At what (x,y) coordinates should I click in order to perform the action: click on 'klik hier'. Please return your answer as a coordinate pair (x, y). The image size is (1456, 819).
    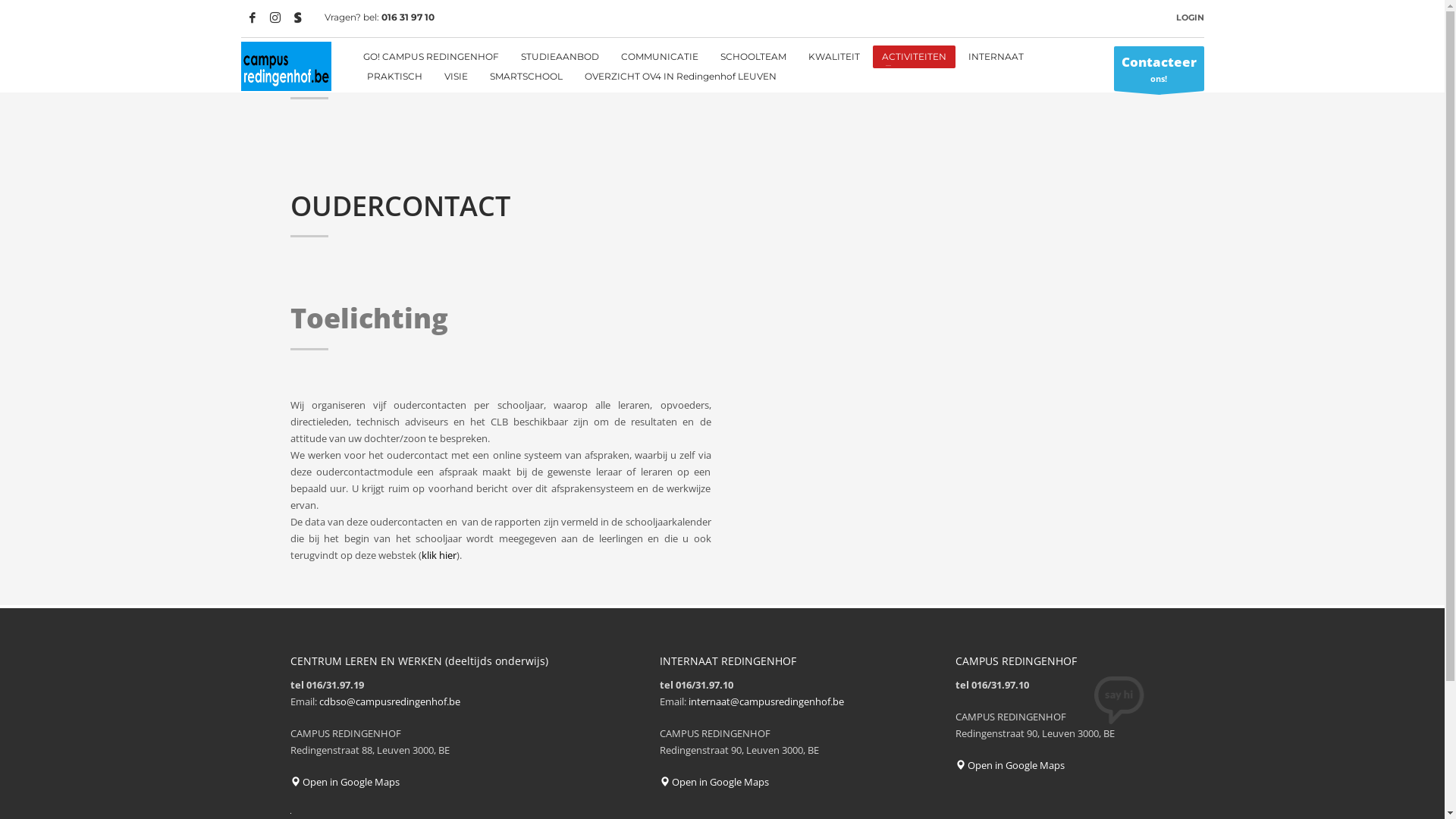
    Looking at the image, I should click on (438, 555).